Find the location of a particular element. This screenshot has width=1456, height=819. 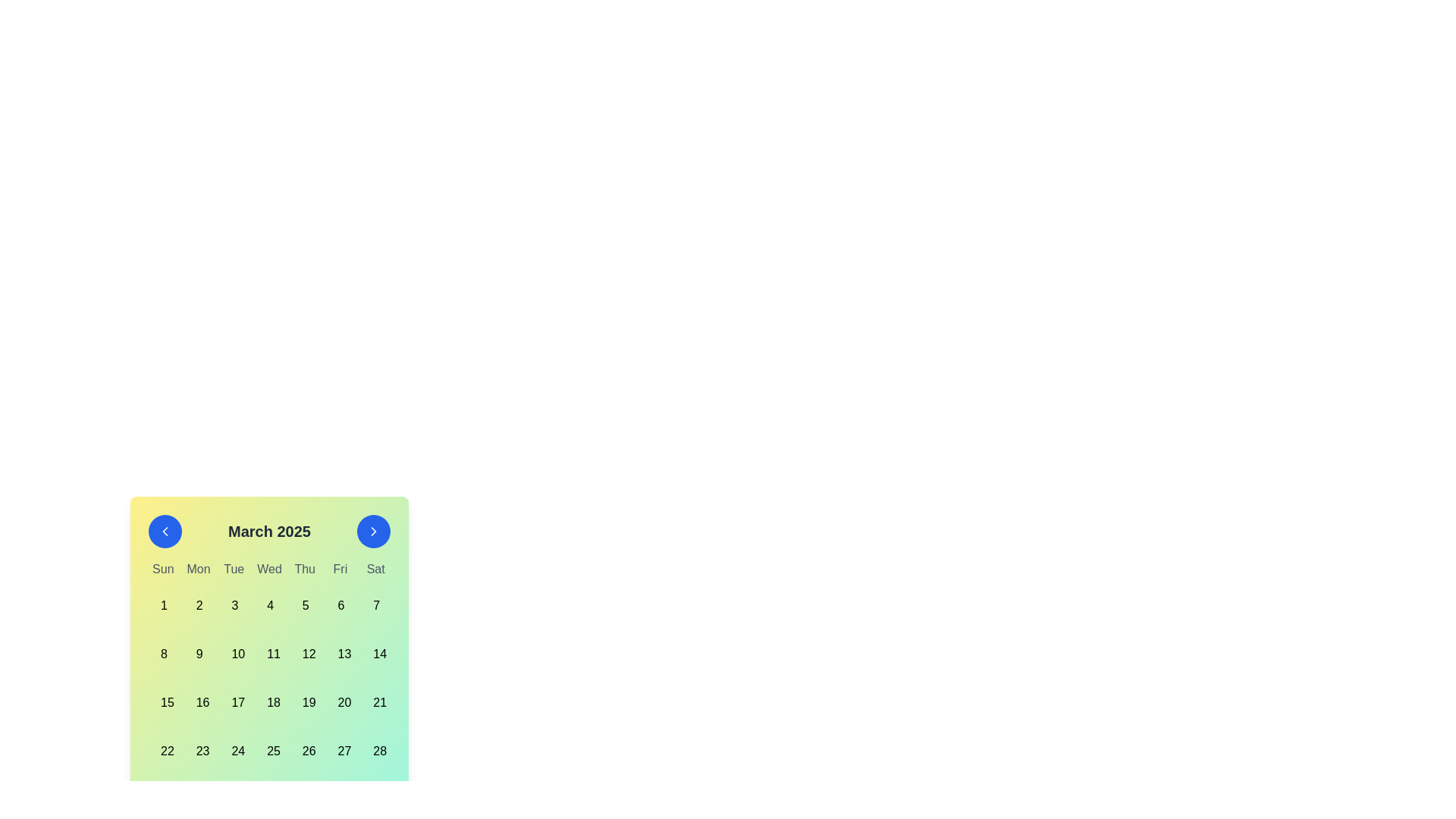

the right arrow navigation button in the top-right corner of the calendar interface is located at coordinates (374, 531).